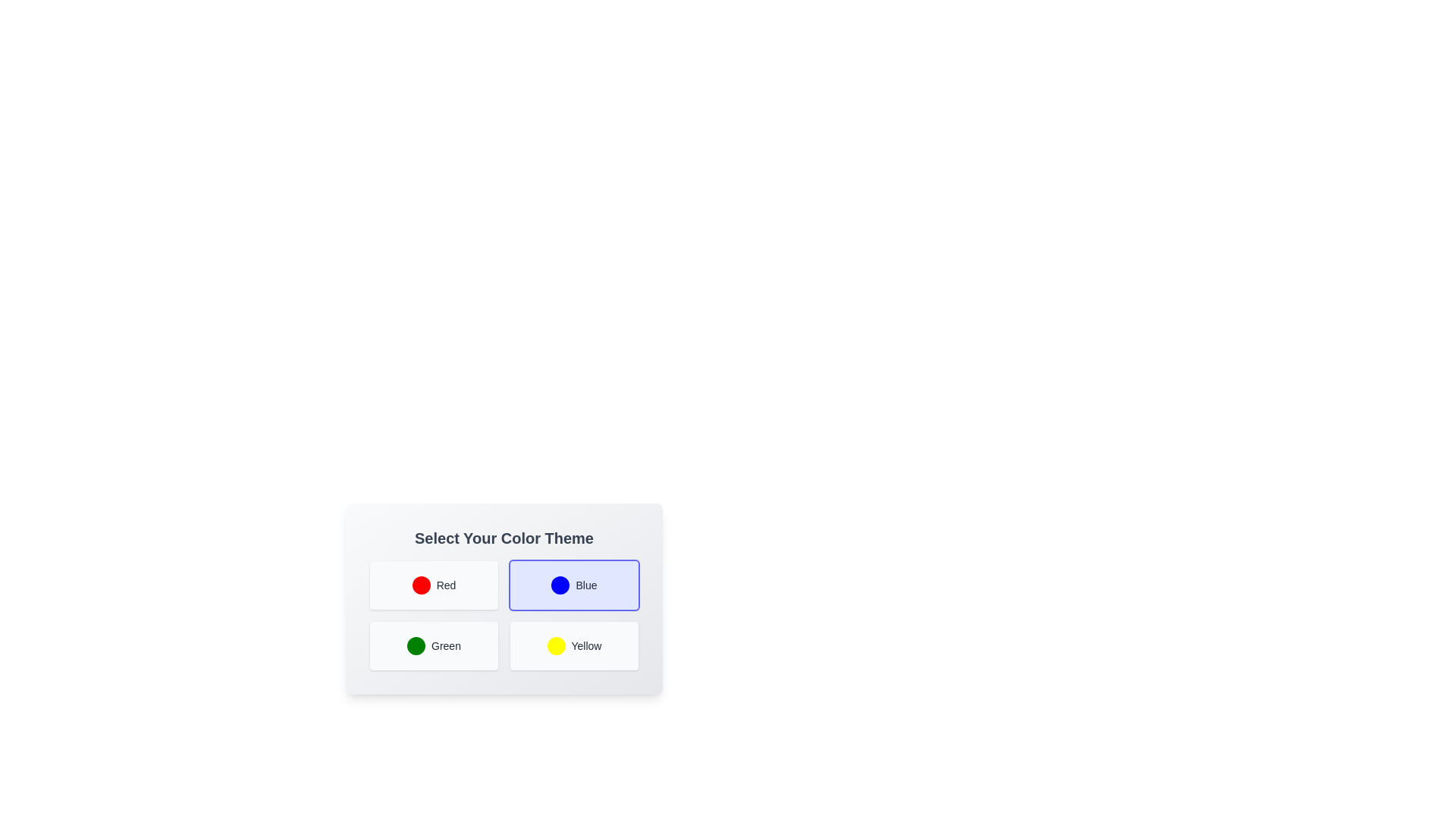  What do you see at coordinates (573, 584) in the screenshot?
I see `the button corresponding to the theme Blue to select it` at bounding box center [573, 584].